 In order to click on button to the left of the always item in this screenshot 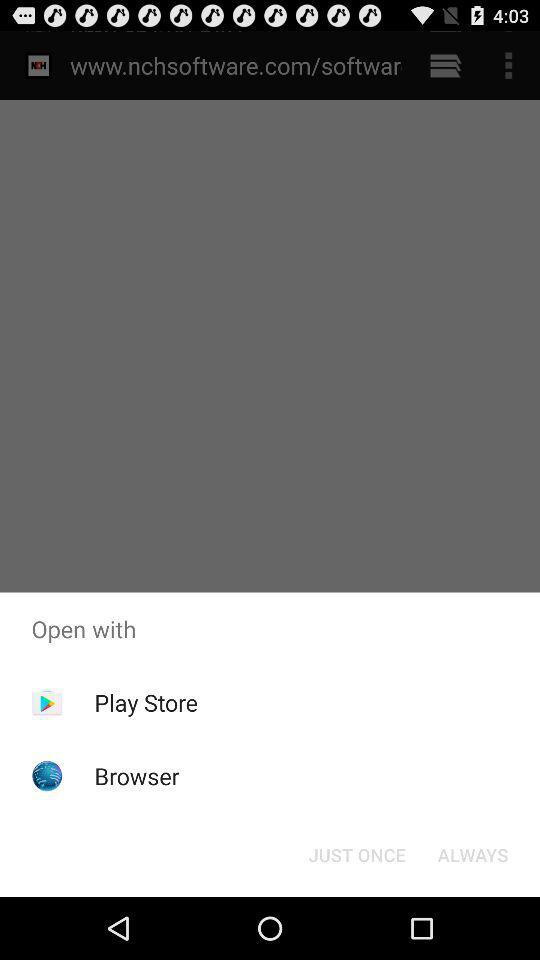, I will do `click(356, 853)`.